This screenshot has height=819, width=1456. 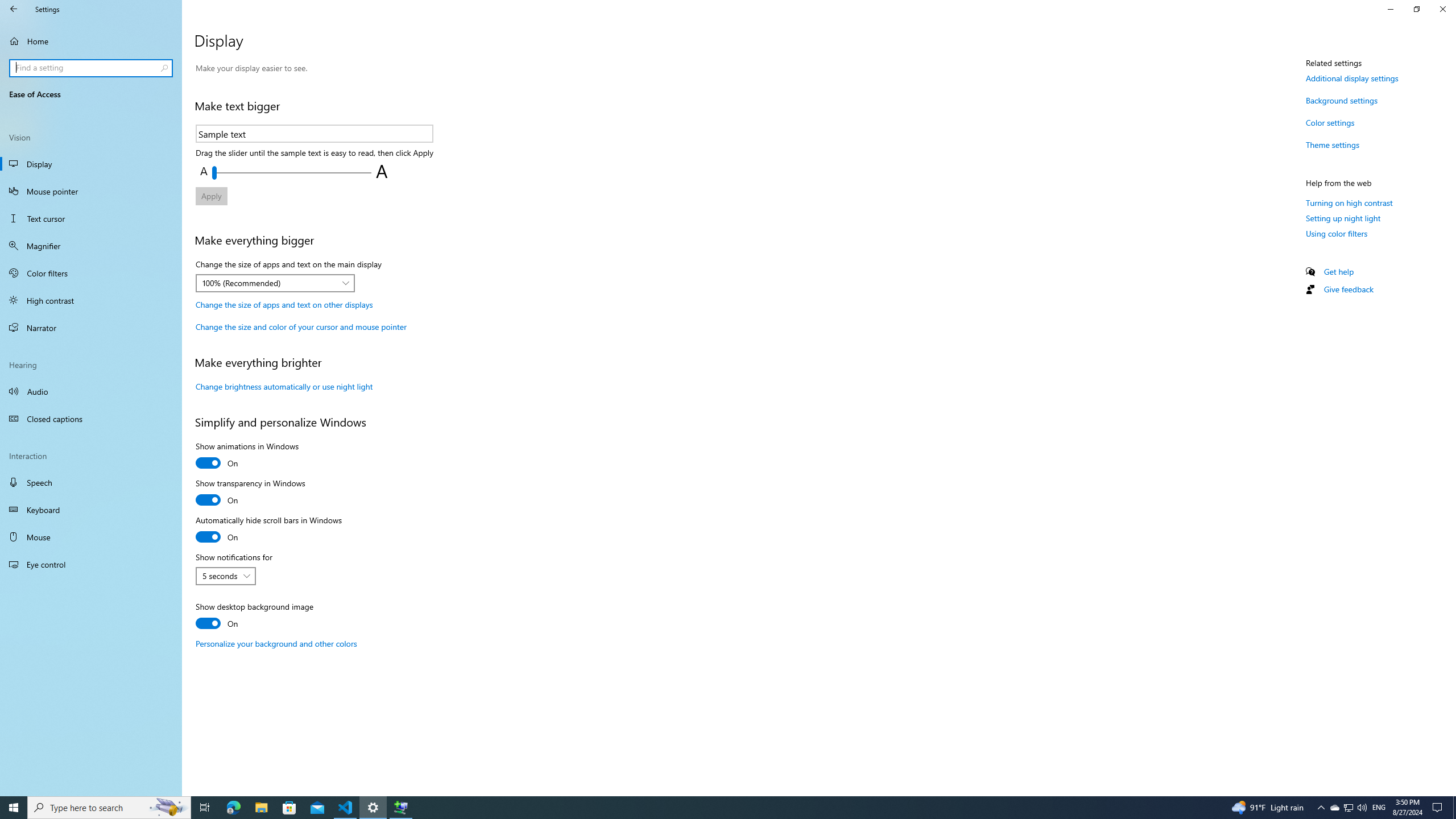 I want to click on '5 seconds', so click(x=220, y=576).